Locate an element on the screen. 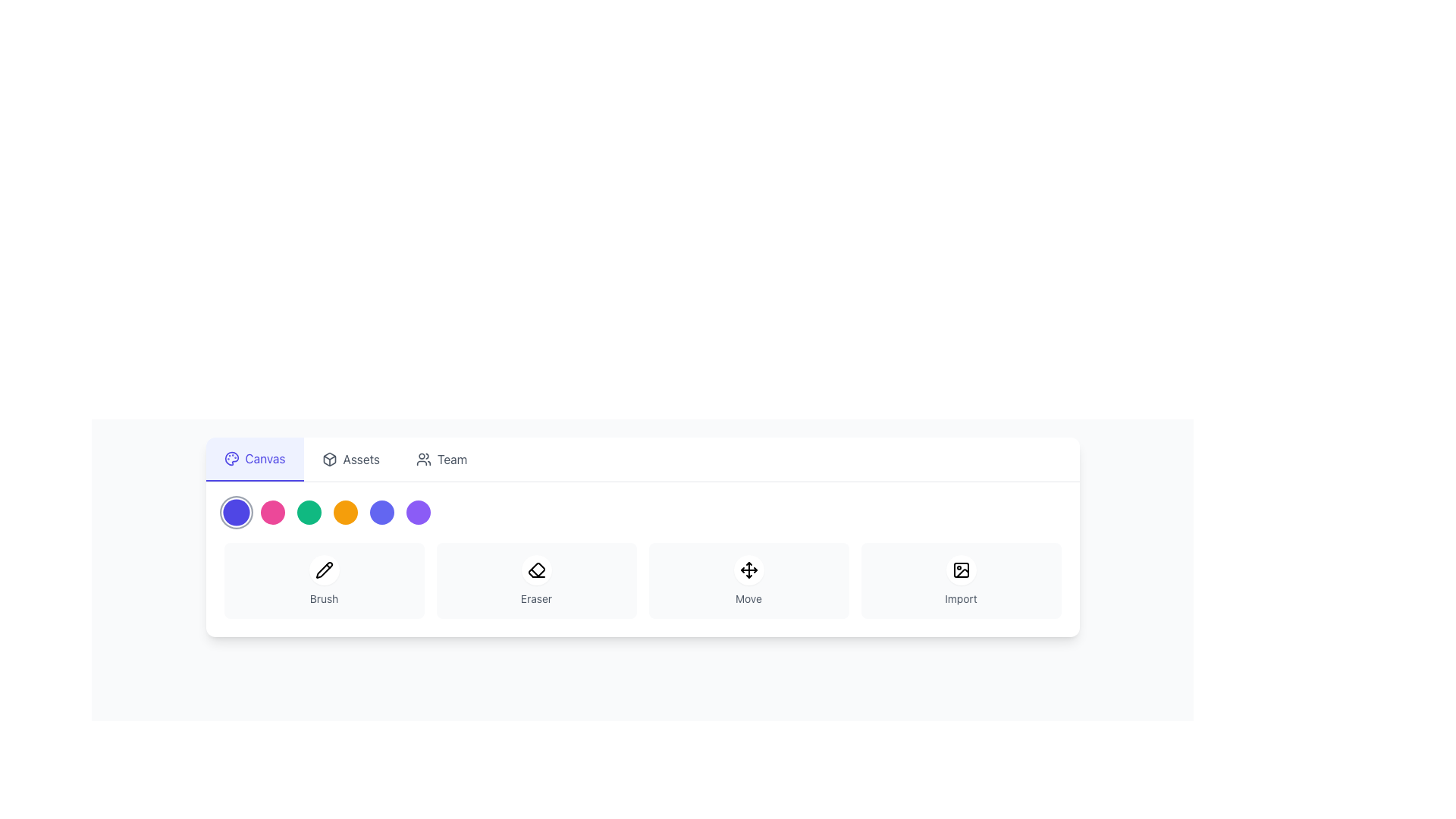 The width and height of the screenshot is (1456, 819). the button located at the far left of the horizontal menu bar is located at coordinates (255, 458).